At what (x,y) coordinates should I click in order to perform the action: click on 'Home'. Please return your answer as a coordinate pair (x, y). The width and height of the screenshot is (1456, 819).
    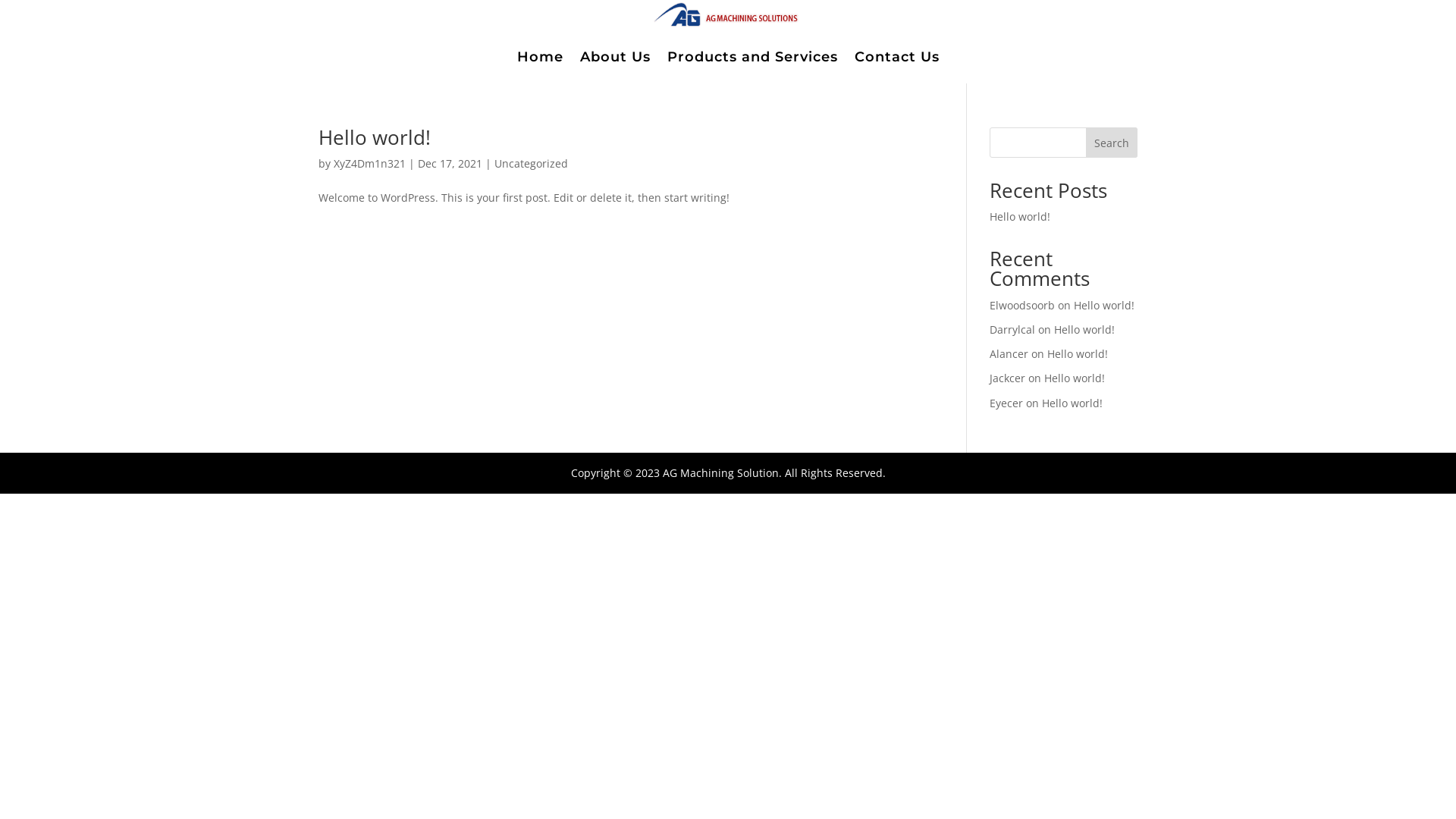
    Looking at the image, I should click on (540, 55).